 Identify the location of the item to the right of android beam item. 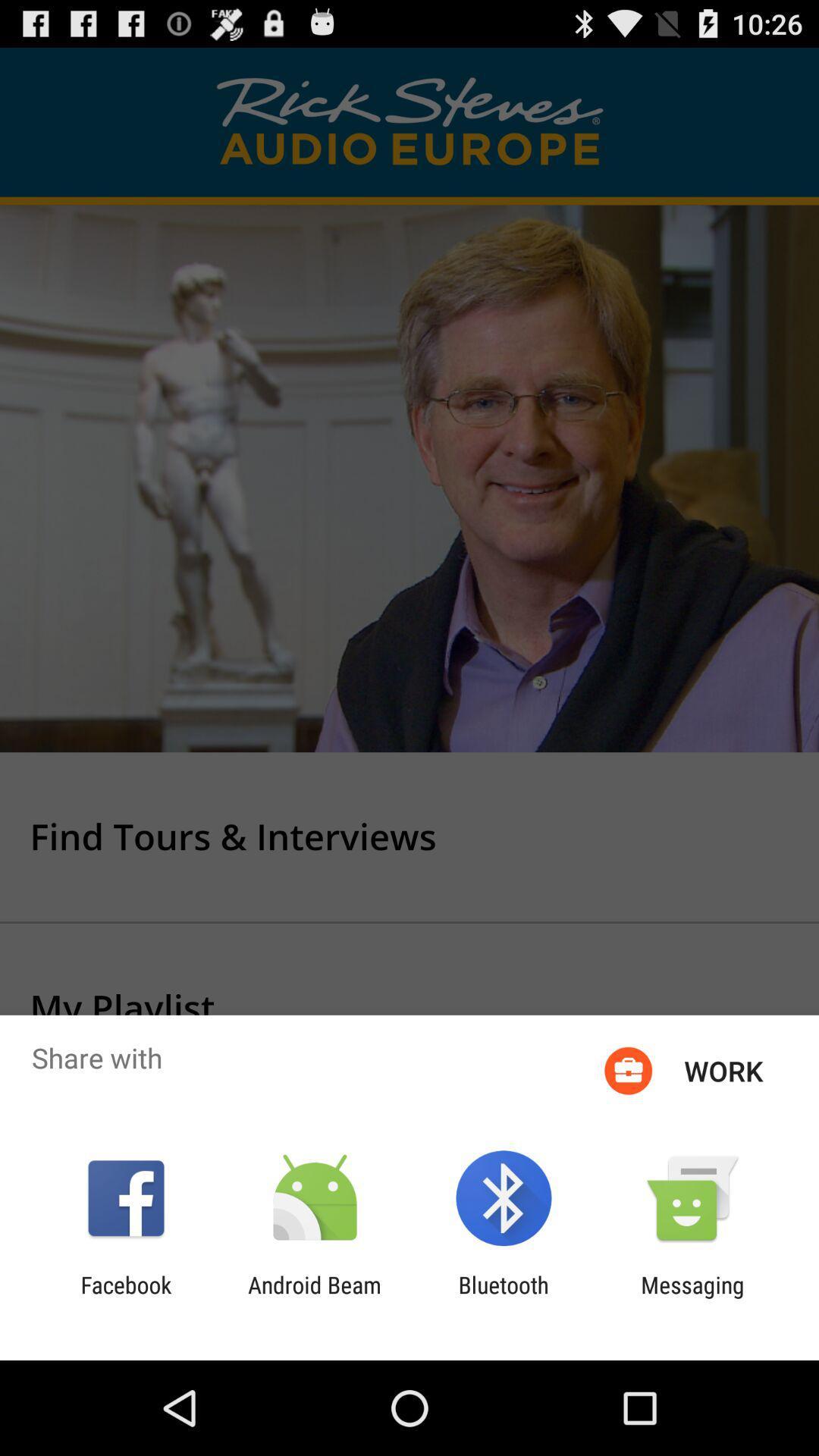
(504, 1298).